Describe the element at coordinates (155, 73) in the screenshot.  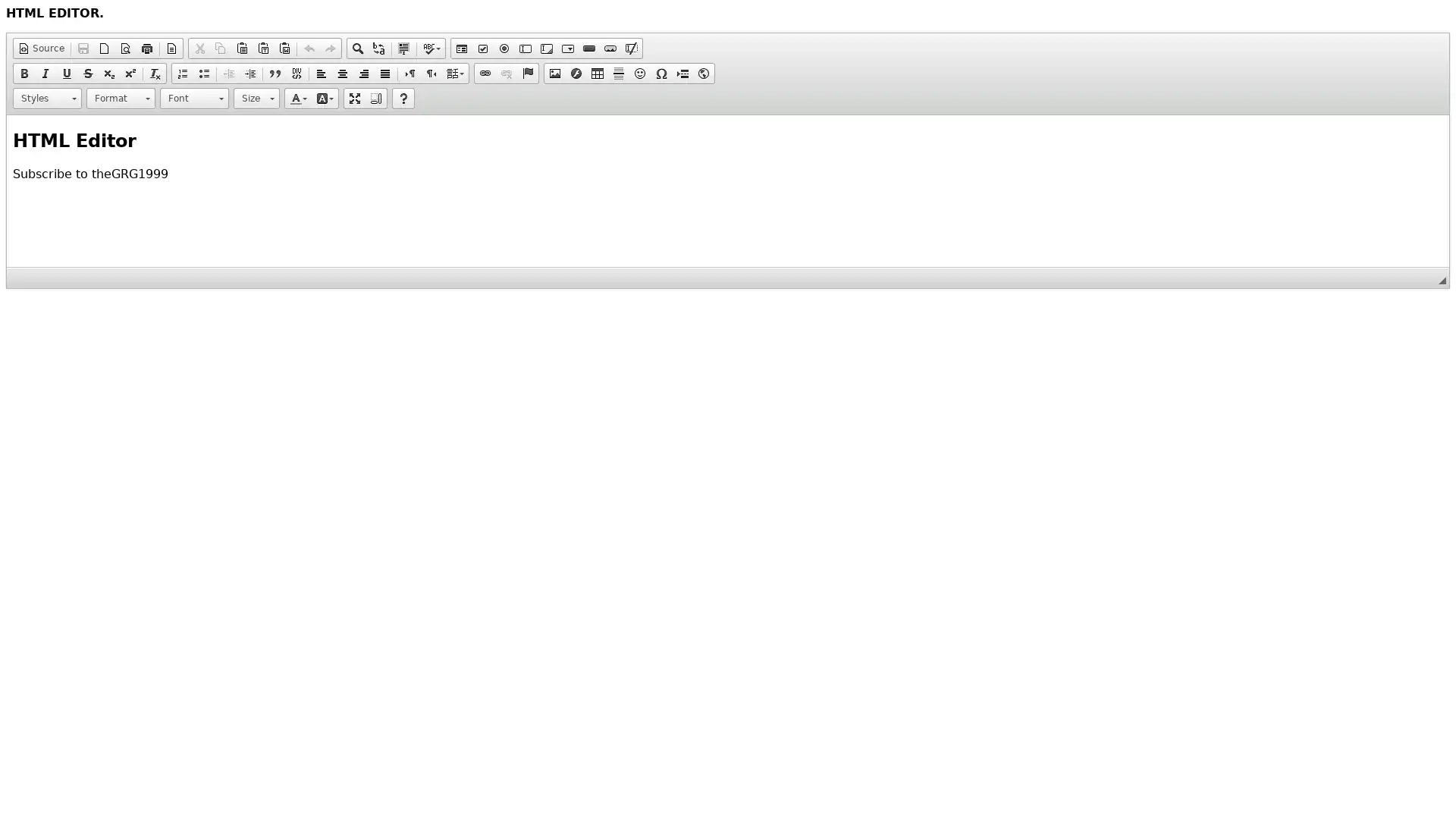
I see `Remove Format` at that location.